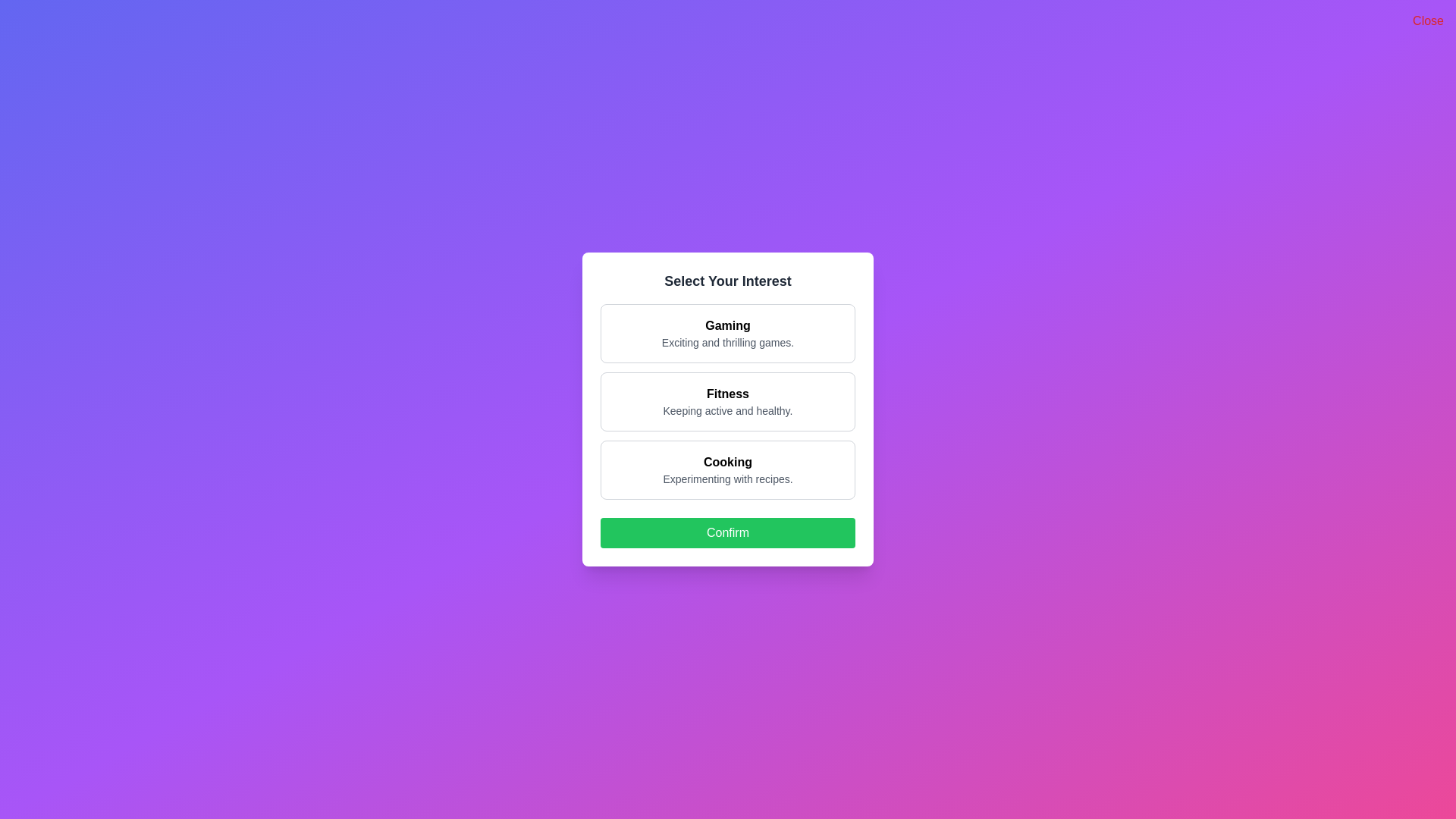 The width and height of the screenshot is (1456, 819). What do you see at coordinates (728, 332) in the screenshot?
I see `the interest option Gaming to view its hover effect` at bounding box center [728, 332].